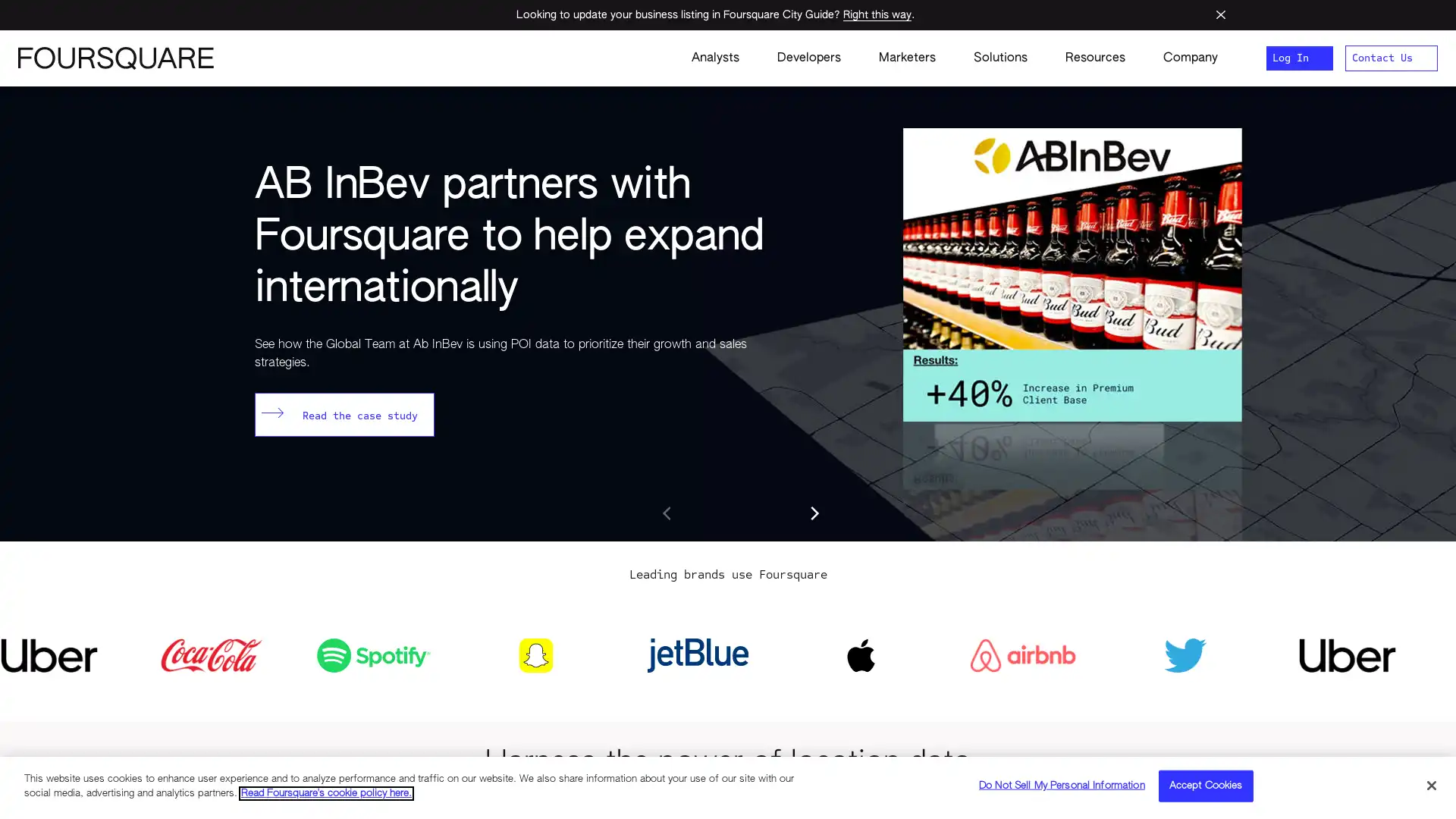 This screenshot has width=1456, height=819. Describe the element at coordinates (1180, 58) in the screenshot. I see `Company` at that location.